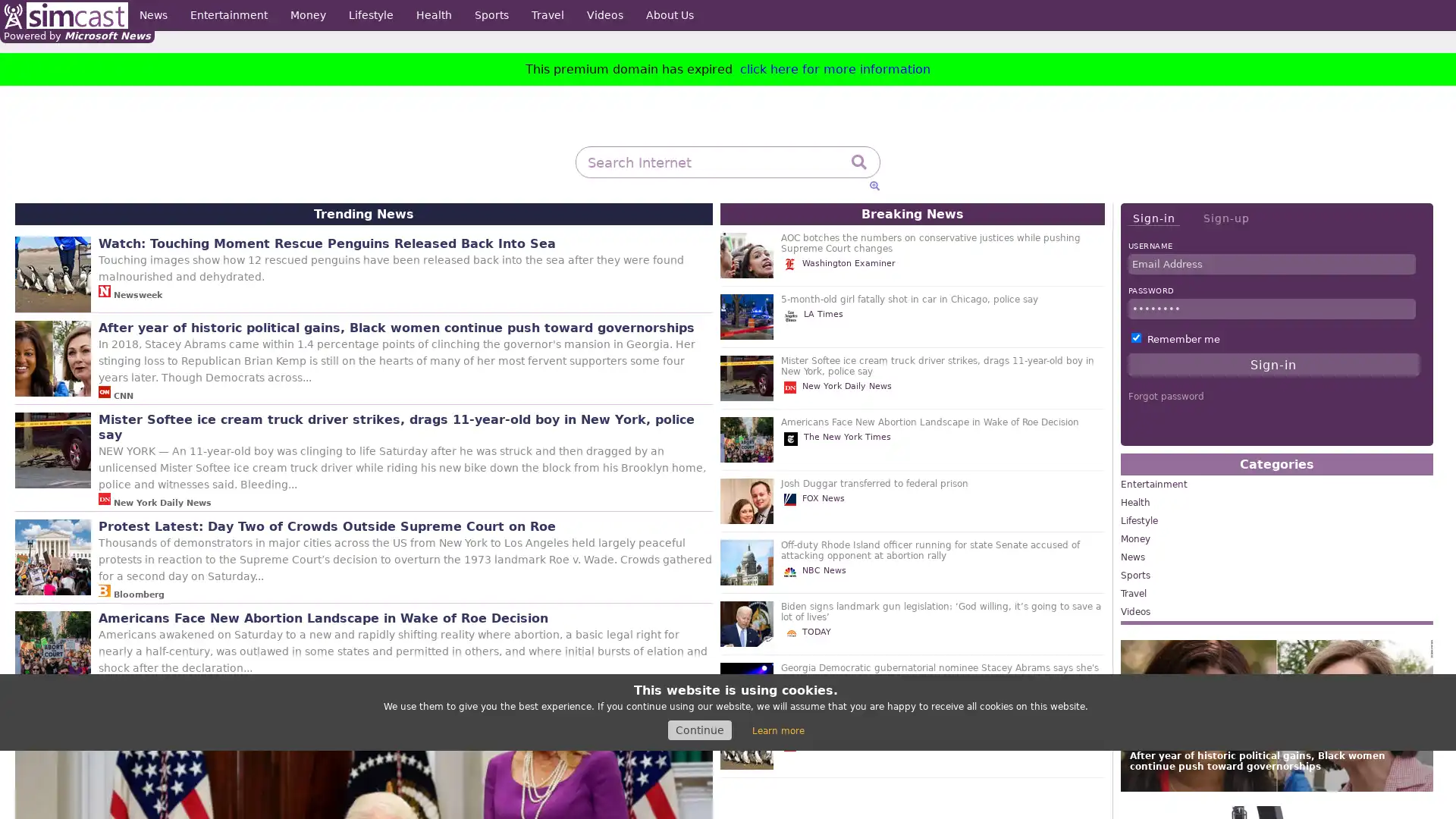  Describe the element at coordinates (698, 730) in the screenshot. I see `Continue` at that location.